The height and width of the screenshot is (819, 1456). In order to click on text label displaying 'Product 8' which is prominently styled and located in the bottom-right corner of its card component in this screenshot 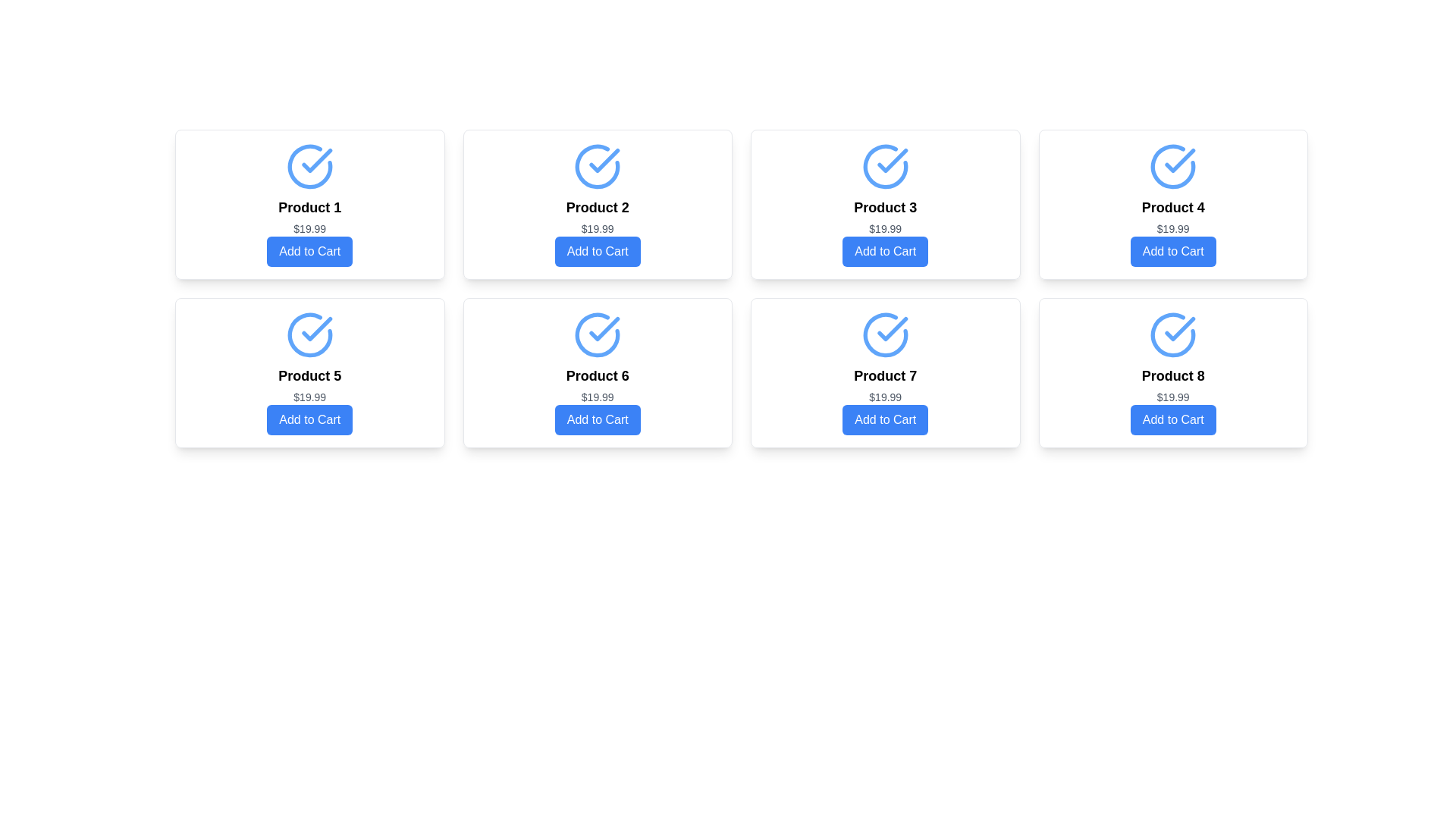, I will do `click(1172, 375)`.